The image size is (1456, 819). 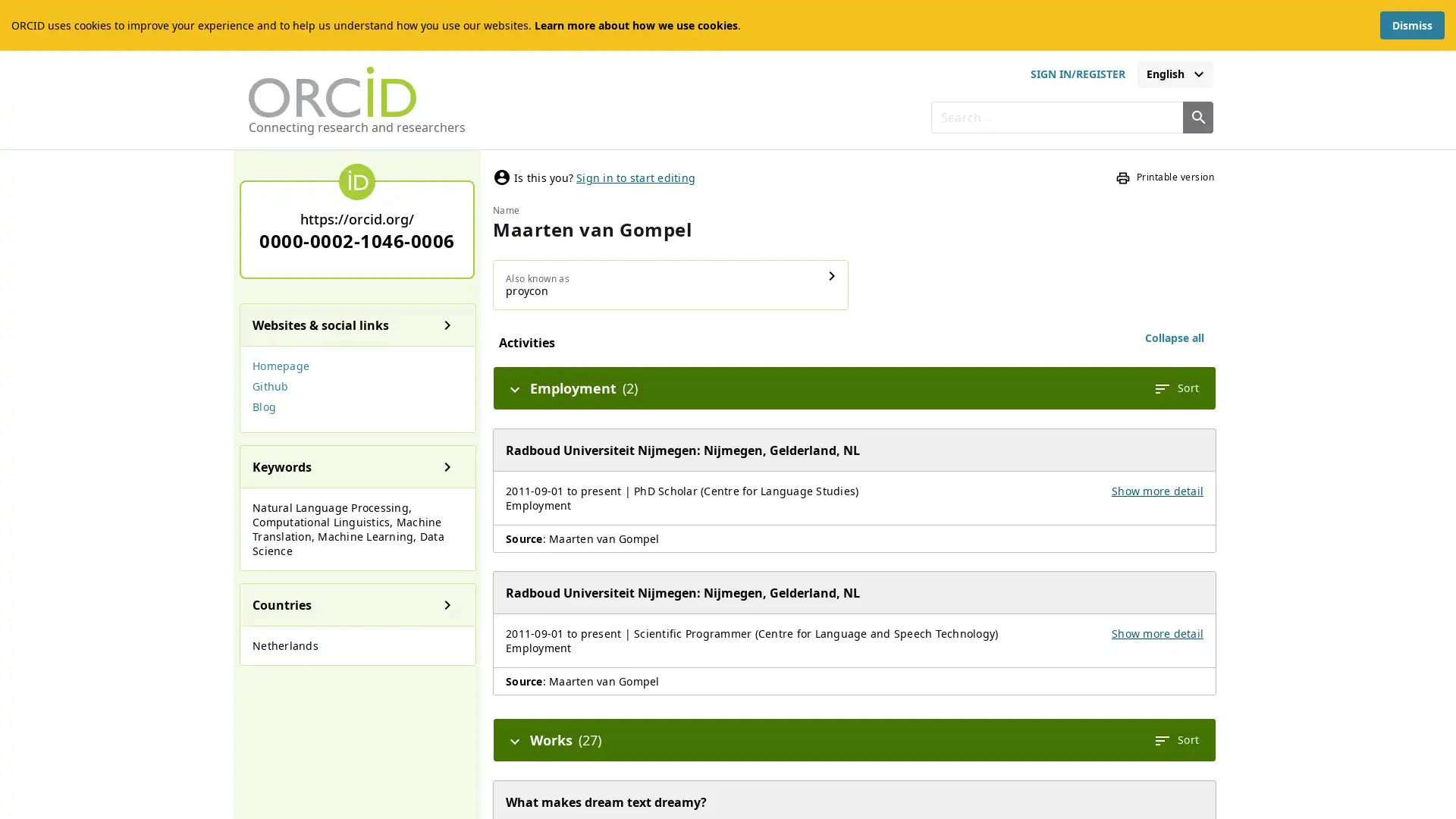 What do you see at coordinates (1197, 116) in the screenshot?
I see `Search` at bounding box center [1197, 116].